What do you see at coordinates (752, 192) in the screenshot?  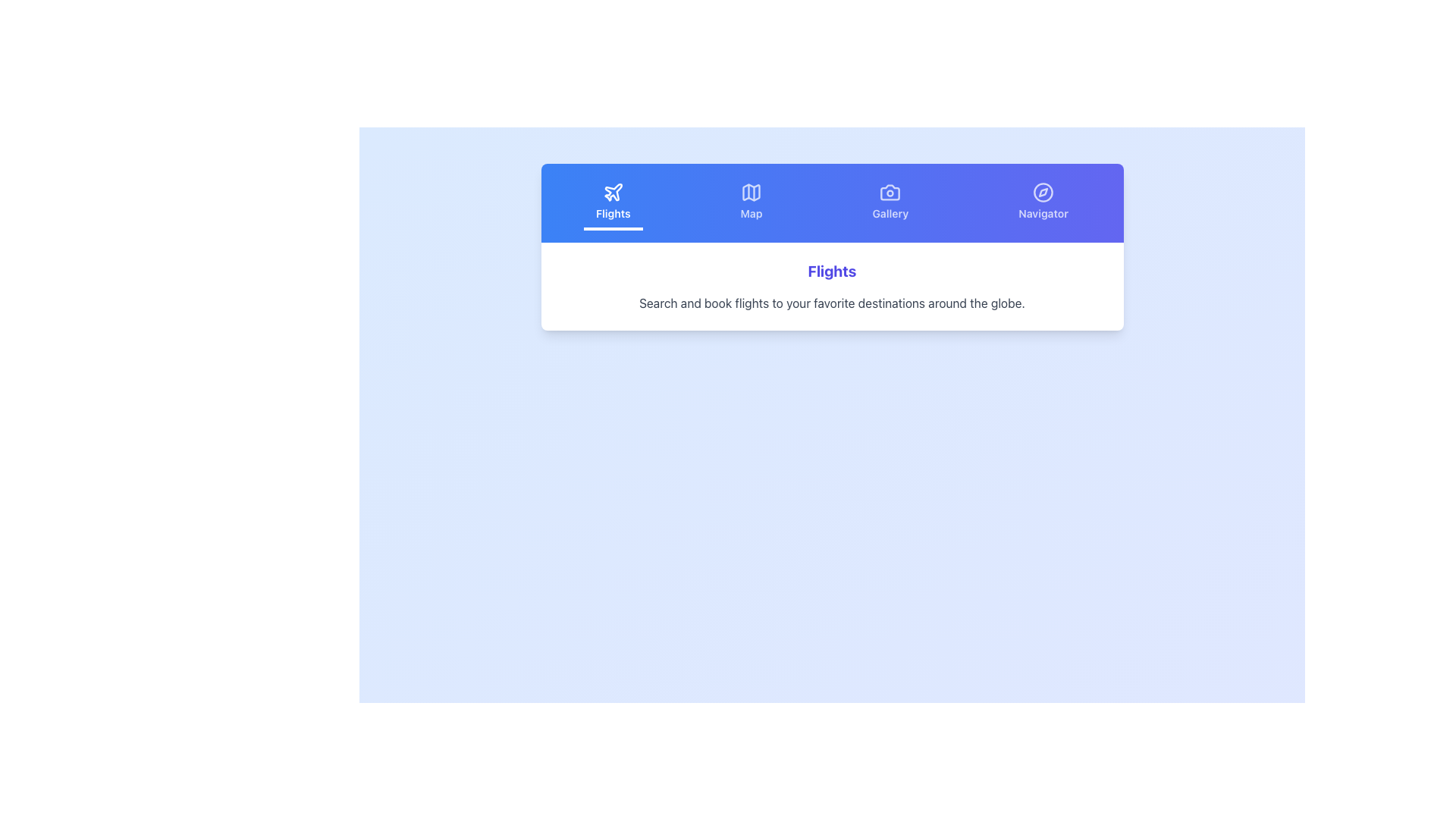 I see `the map icon in the horizontal navigation bar` at bounding box center [752, 192].